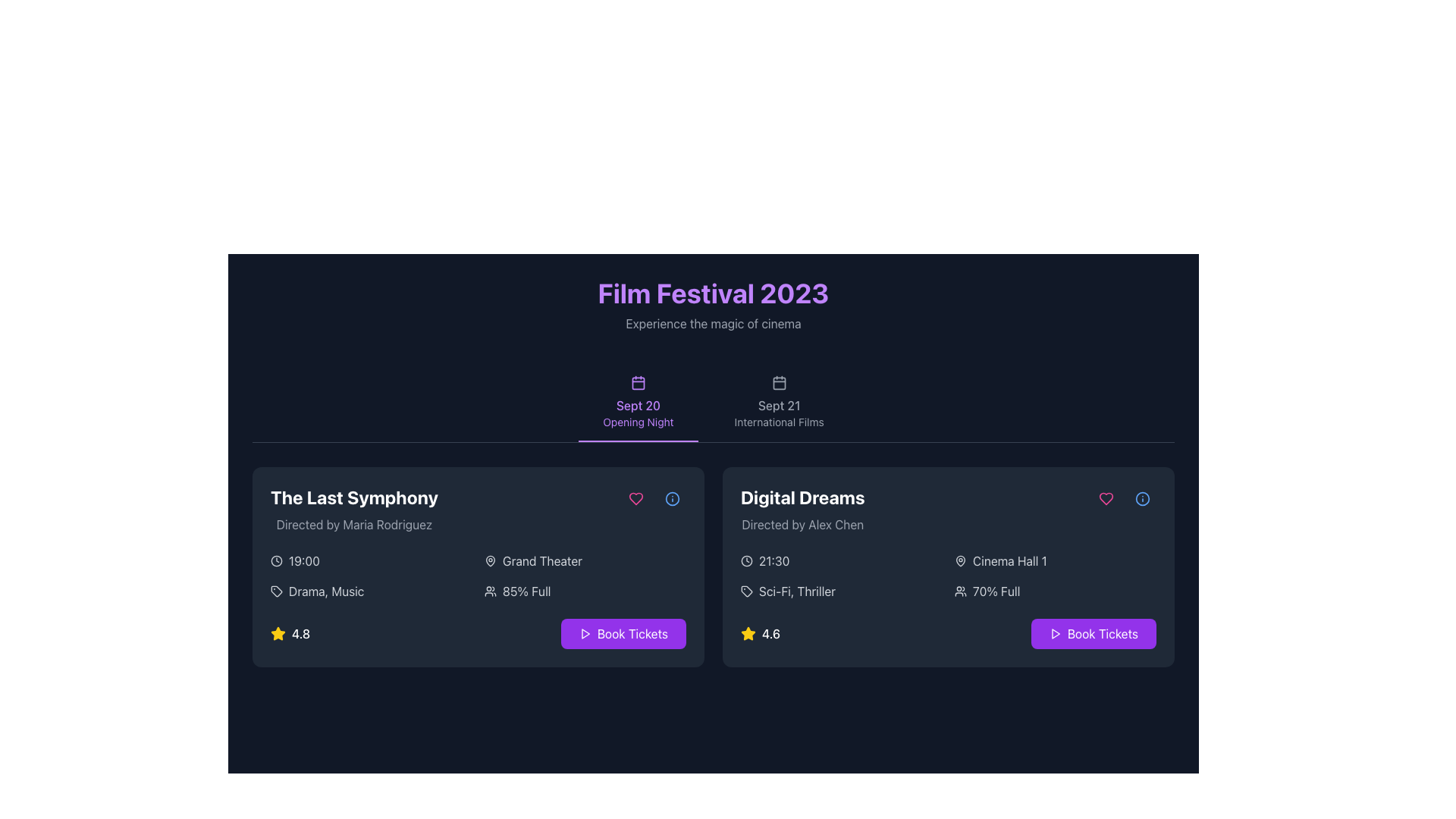 The width and height of the screenshot is (1456, 819). Describe the element at coordinates (632, 634) in the screenshot. I see `the 'Book Tickets' text element, which is styled in white on a purple button with rounded corners, located below the movie information panel titled 'The Last Symphony'` at that location.